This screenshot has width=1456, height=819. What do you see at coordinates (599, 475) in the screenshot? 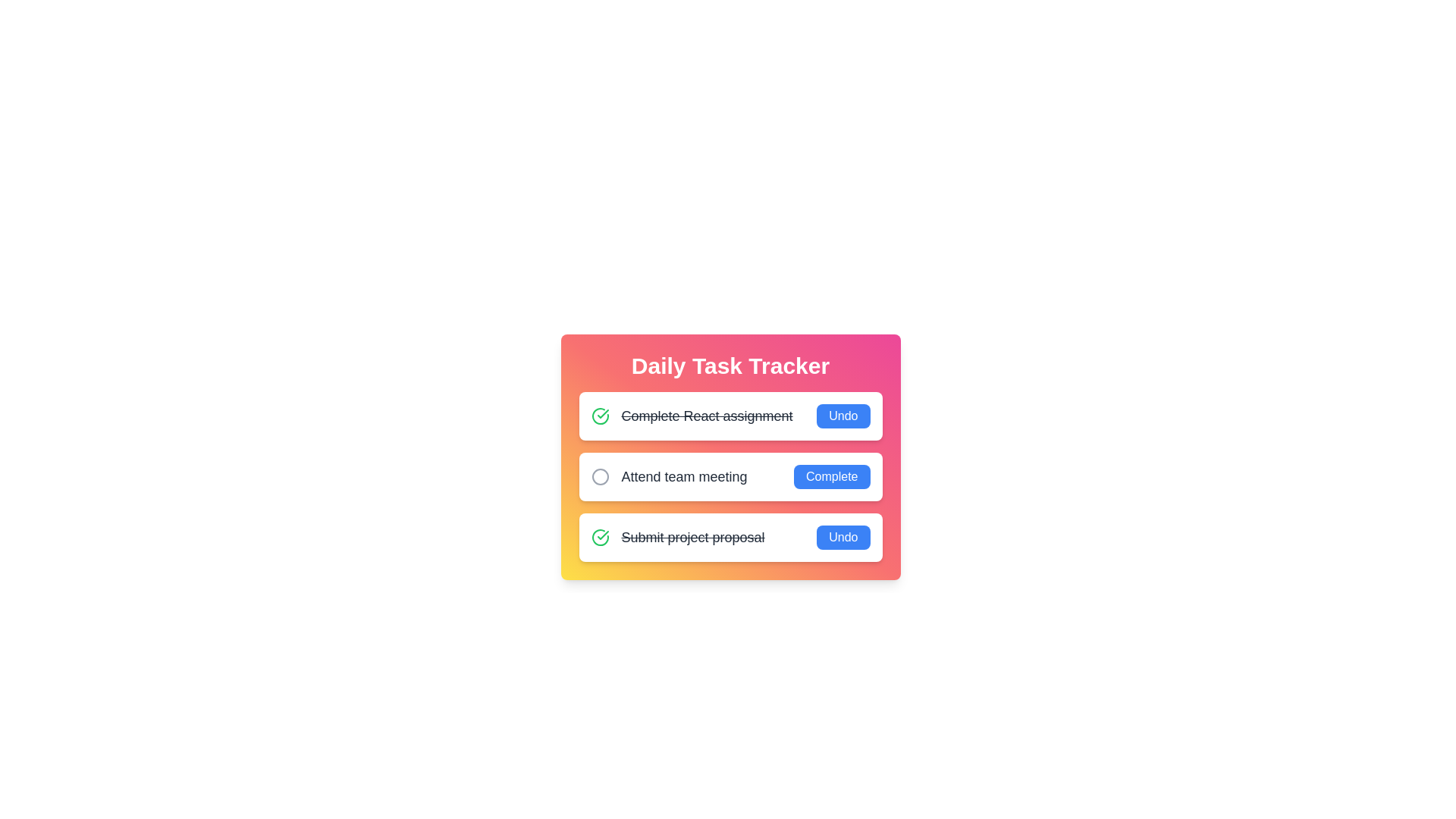
I see `the completion status icon for Attend team meeting` at bounding box center [599, 475].